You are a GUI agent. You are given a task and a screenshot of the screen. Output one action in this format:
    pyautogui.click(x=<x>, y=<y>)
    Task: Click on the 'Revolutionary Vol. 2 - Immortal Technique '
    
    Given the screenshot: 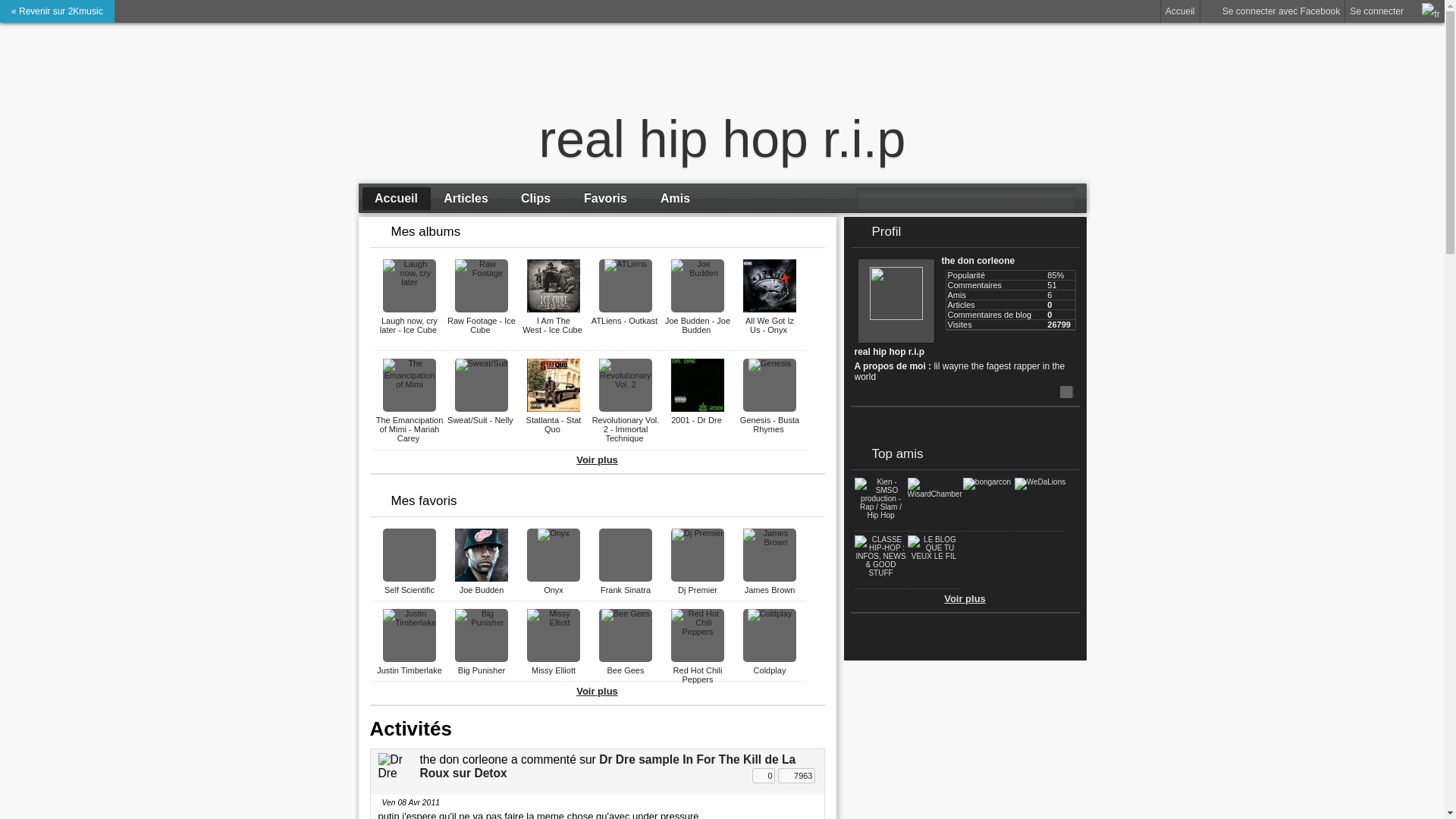 What is the action you would take?
    pyautogui.click(x=626, y=429)
    